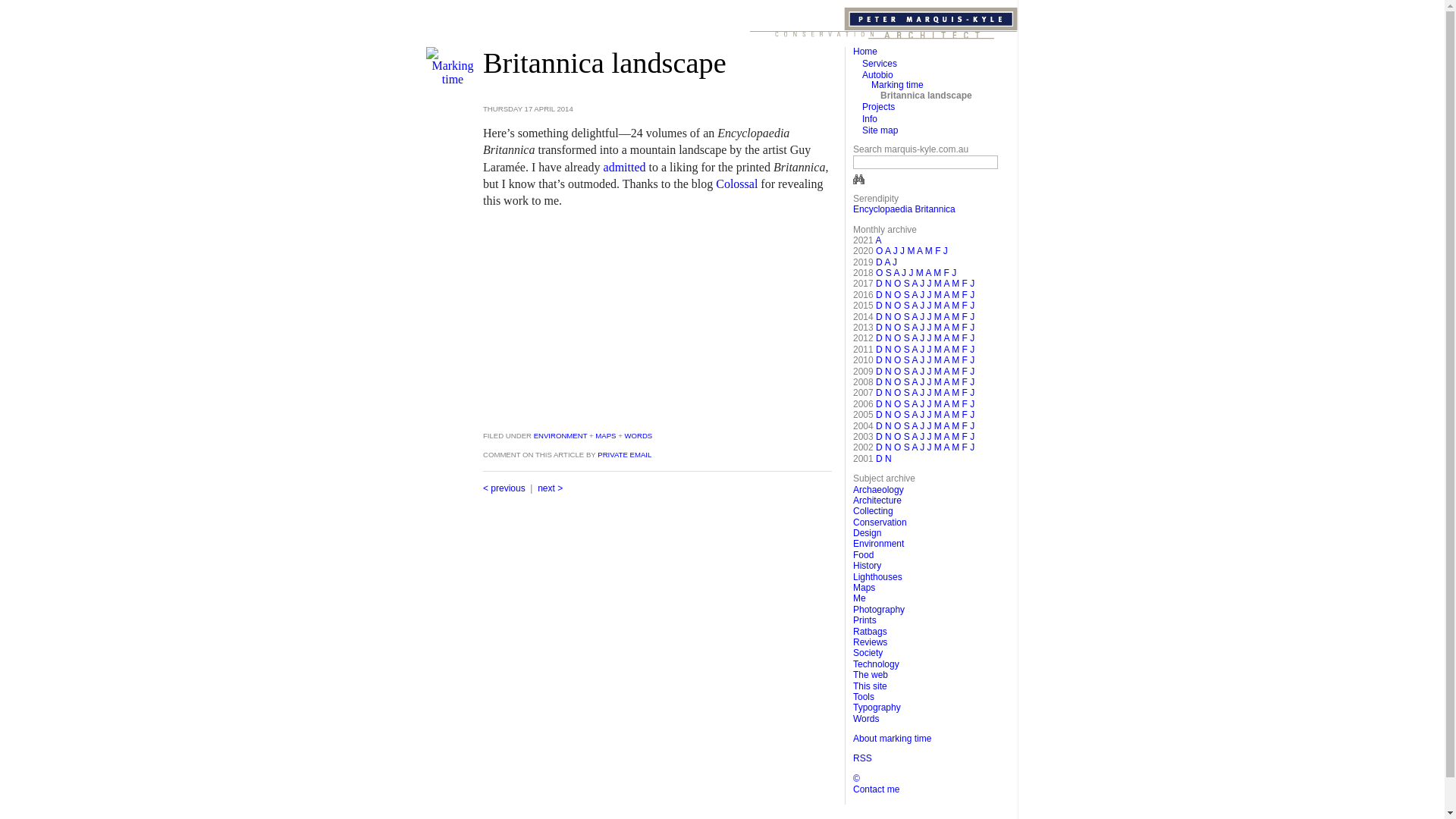  Describe the element at coordinates (852, 565) in the screenshot. I see `'History'` at that location.